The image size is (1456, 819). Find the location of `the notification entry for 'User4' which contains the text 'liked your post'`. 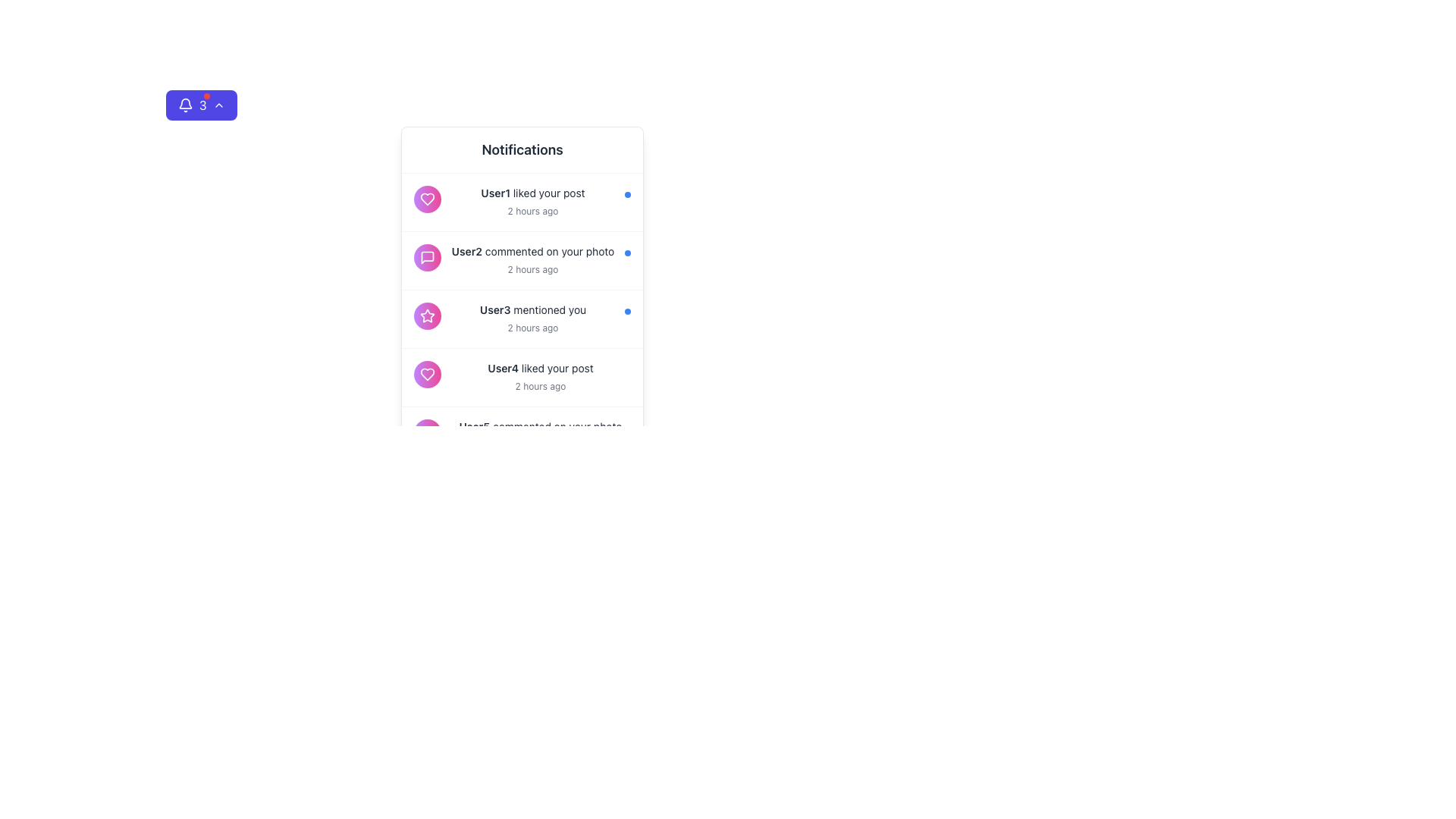

the notification entry for 'User4' which contains the text 'liked your post' is located at coordinates (522, 376).